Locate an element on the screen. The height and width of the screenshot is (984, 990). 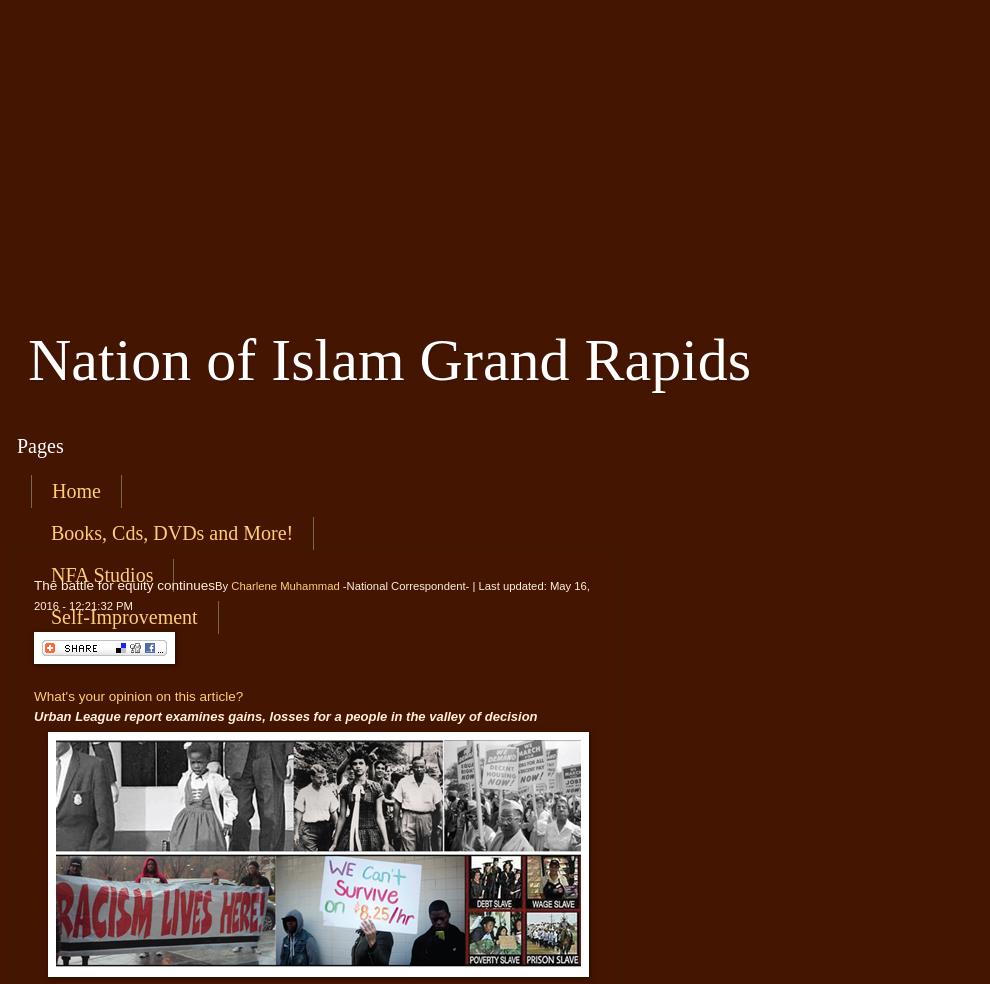
'Home' is located at coordinates (76, 490).